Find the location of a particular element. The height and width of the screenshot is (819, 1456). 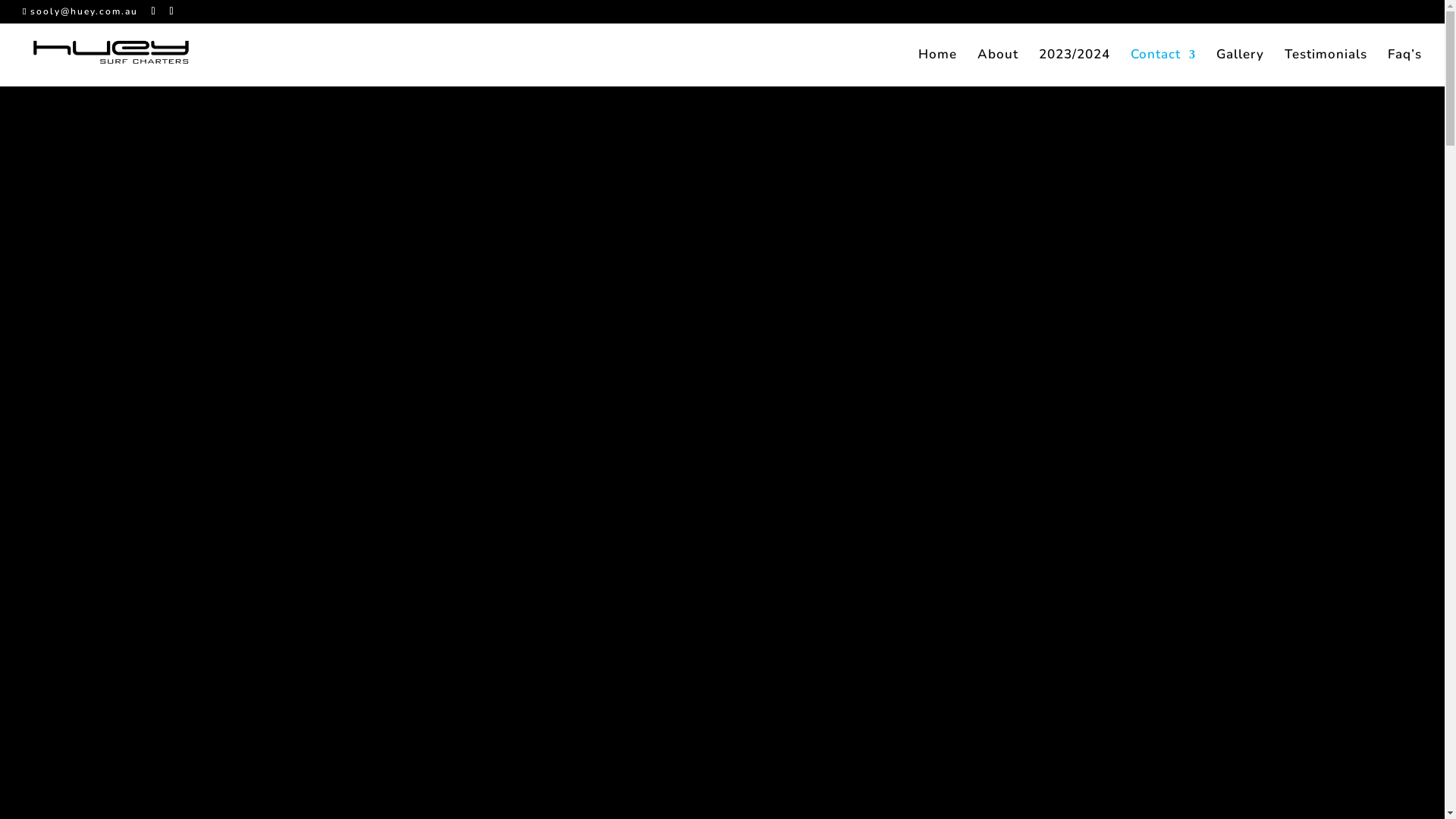

'Home' is located at coordinates (937, 67).